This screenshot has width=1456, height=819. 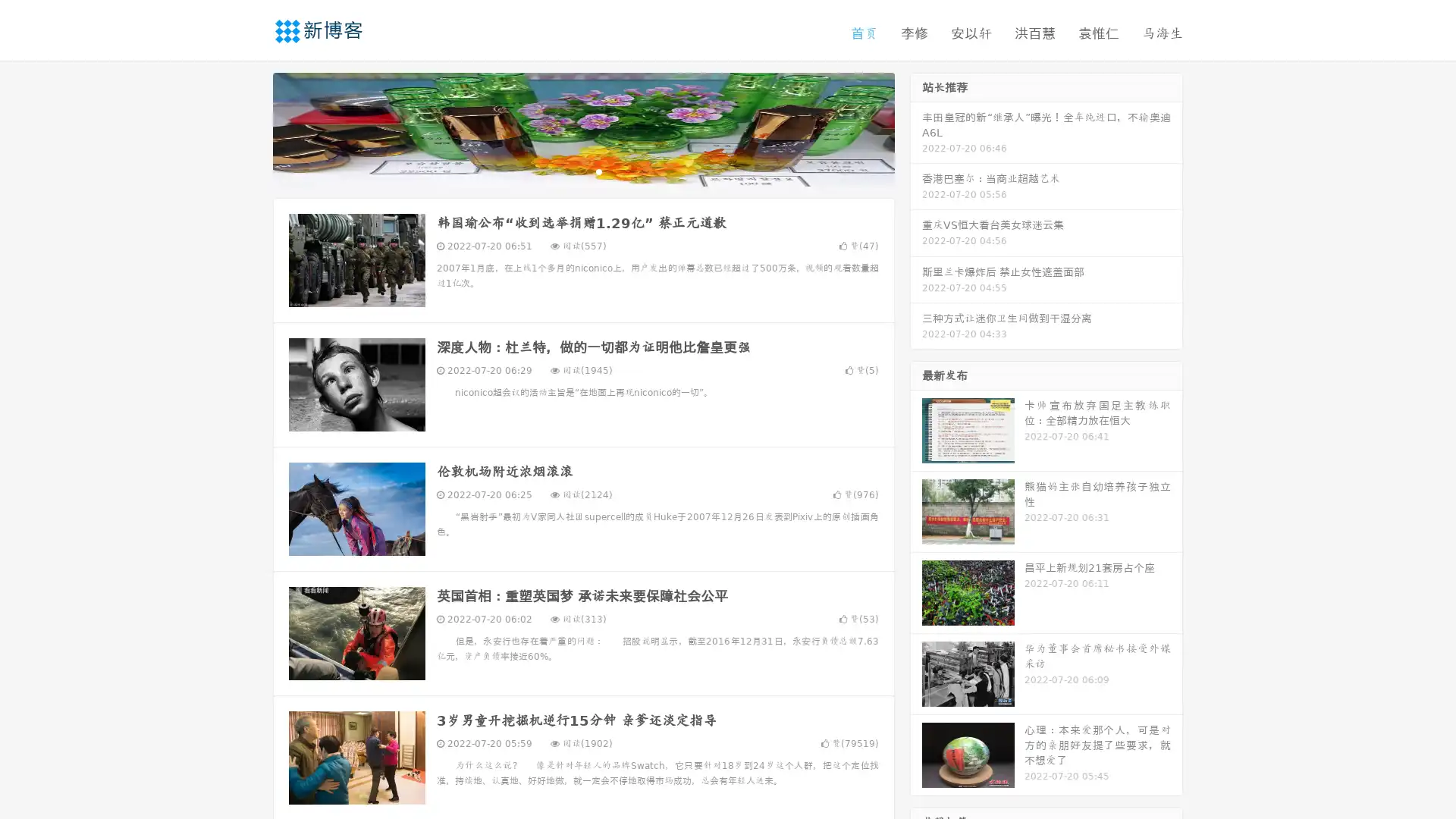 What do you see at coordinates (582, 171) in the screenshot?
I see `Go to slide 2` at bounding box center [582, 171].